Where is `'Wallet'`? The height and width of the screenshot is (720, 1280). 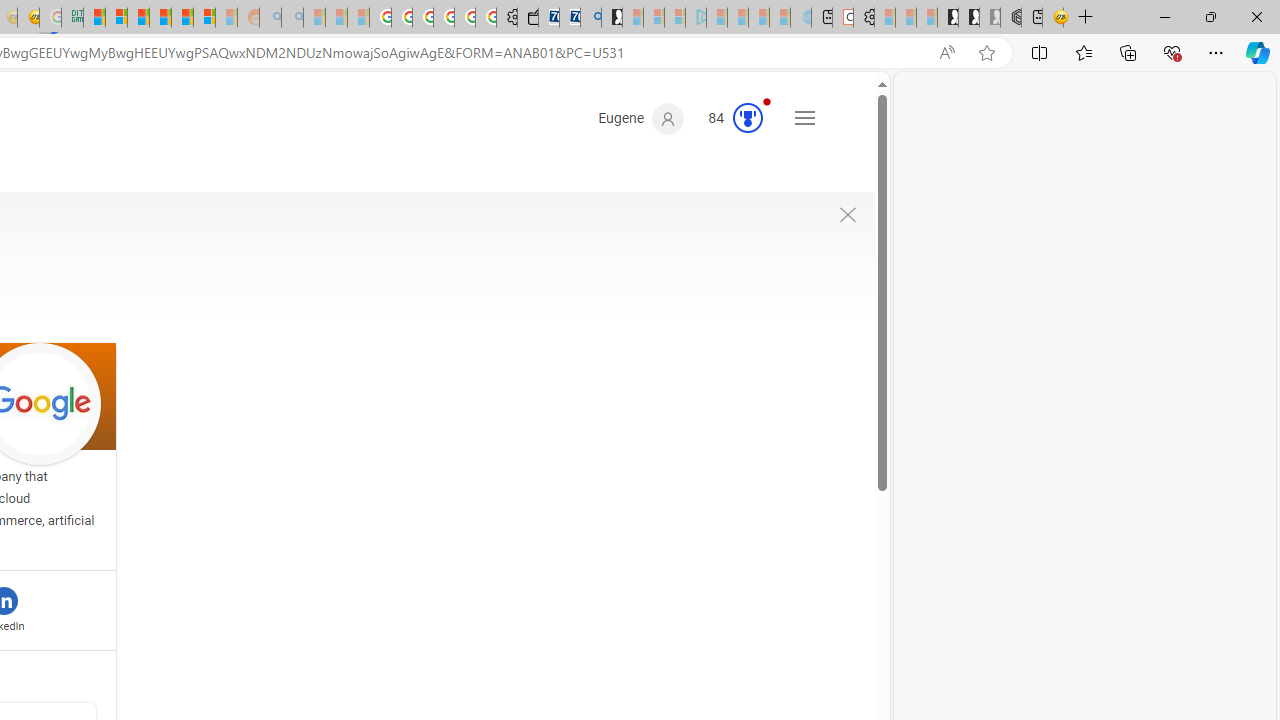
'Wallet' is located at coordinates (528, 17).